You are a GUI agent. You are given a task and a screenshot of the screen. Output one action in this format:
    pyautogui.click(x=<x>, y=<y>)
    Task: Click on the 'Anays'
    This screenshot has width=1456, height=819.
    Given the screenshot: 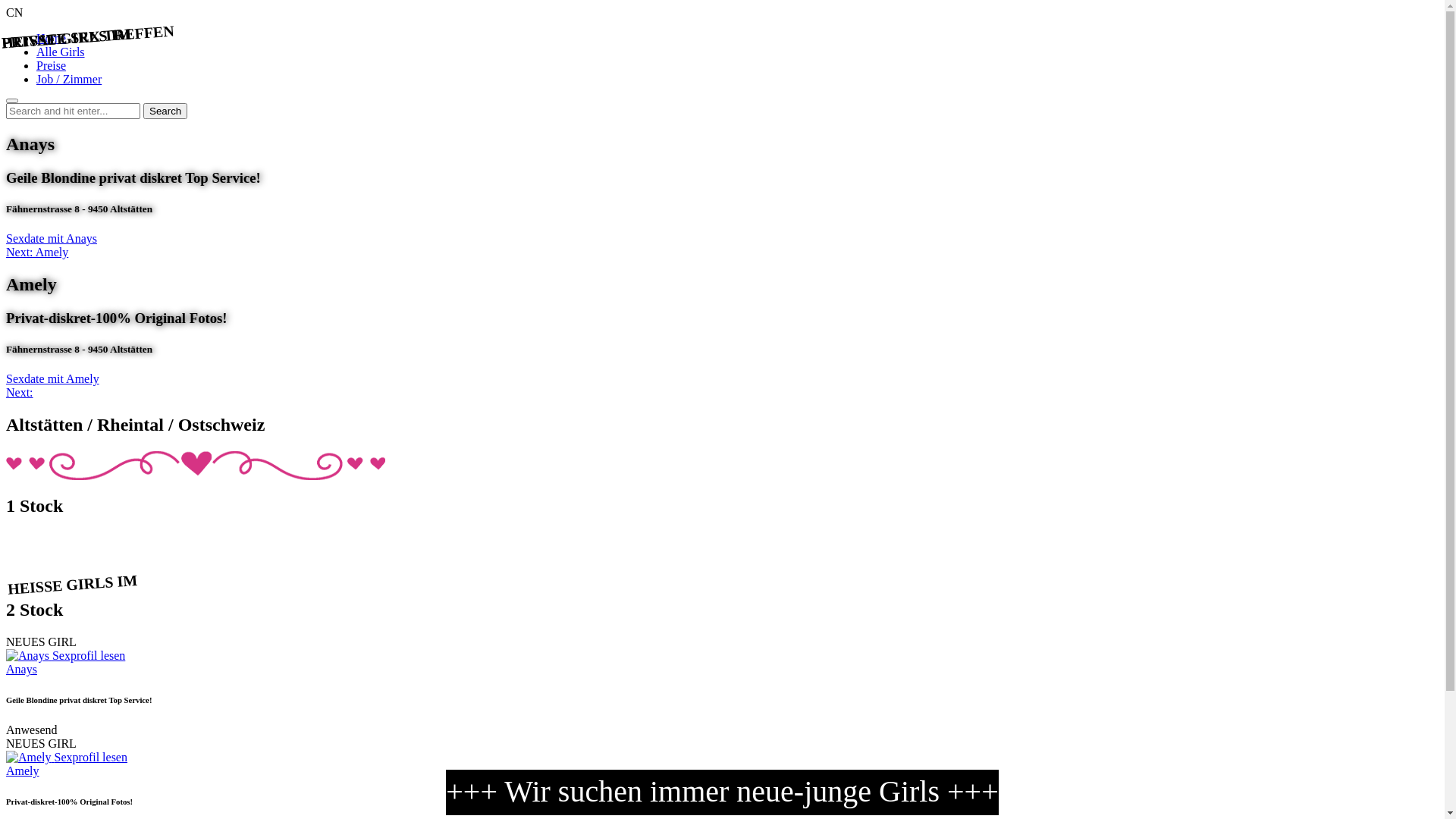 What is the action you would take?
    pyautogui.click(x=21, y=668)
    